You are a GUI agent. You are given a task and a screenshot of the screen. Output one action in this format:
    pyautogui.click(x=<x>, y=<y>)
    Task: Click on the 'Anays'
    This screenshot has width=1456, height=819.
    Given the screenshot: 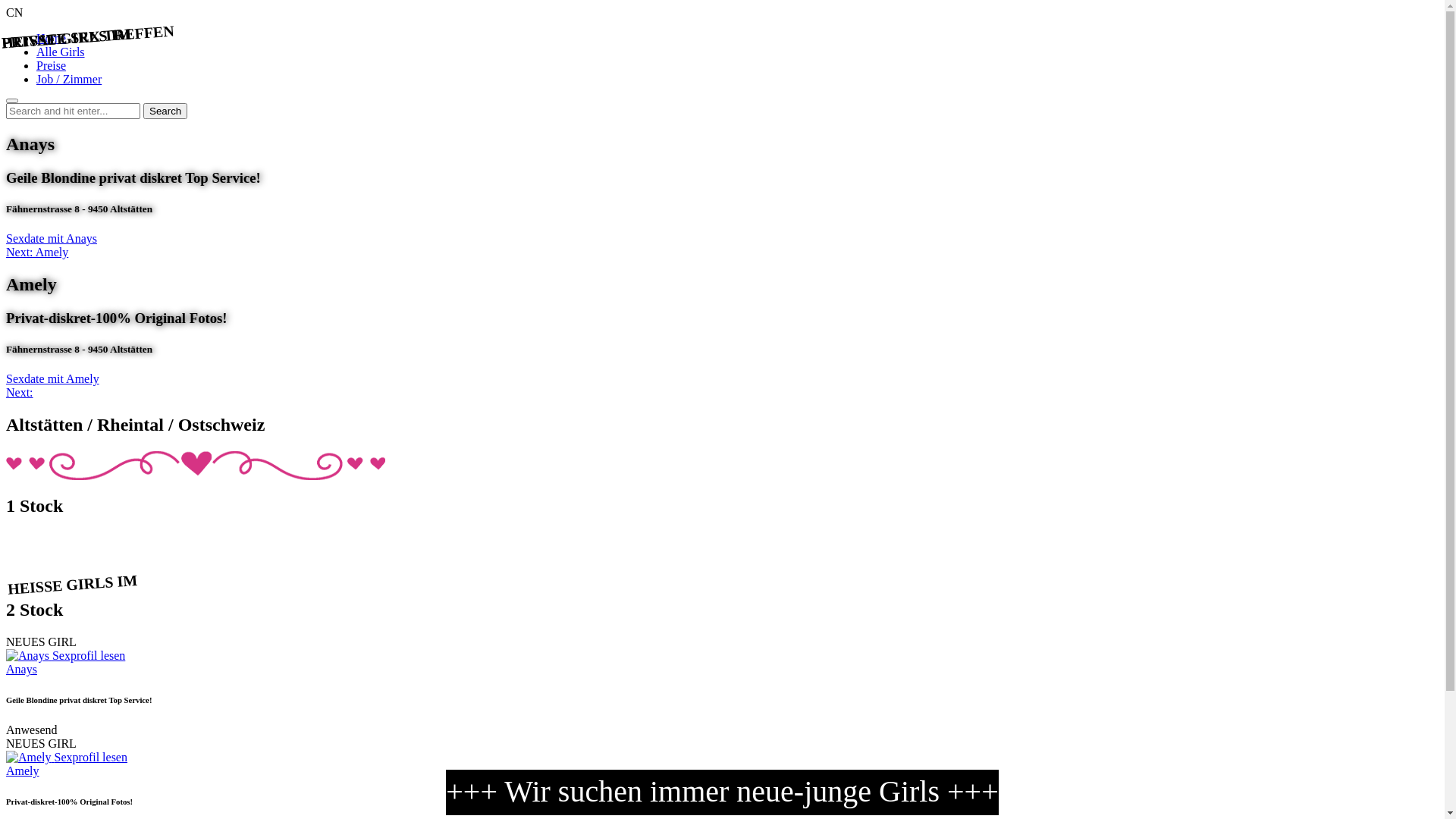 What is the action you would take?
    pyautogui.click(x=21, y=668)
    